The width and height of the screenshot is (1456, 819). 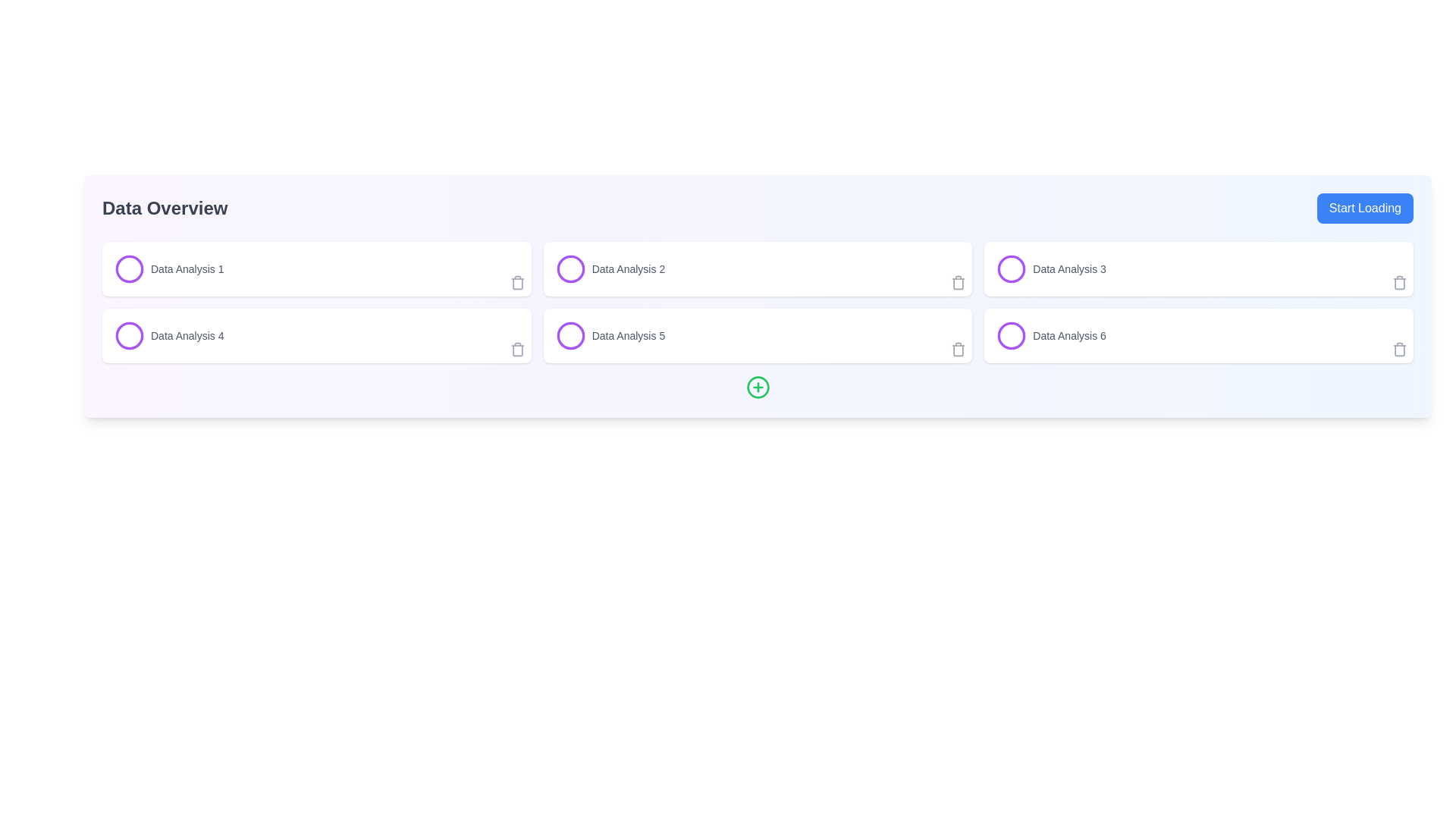 I want to click on the visual indicator icon associated with the 'Data Analysis 3' item, so click(x=1012, y=268).